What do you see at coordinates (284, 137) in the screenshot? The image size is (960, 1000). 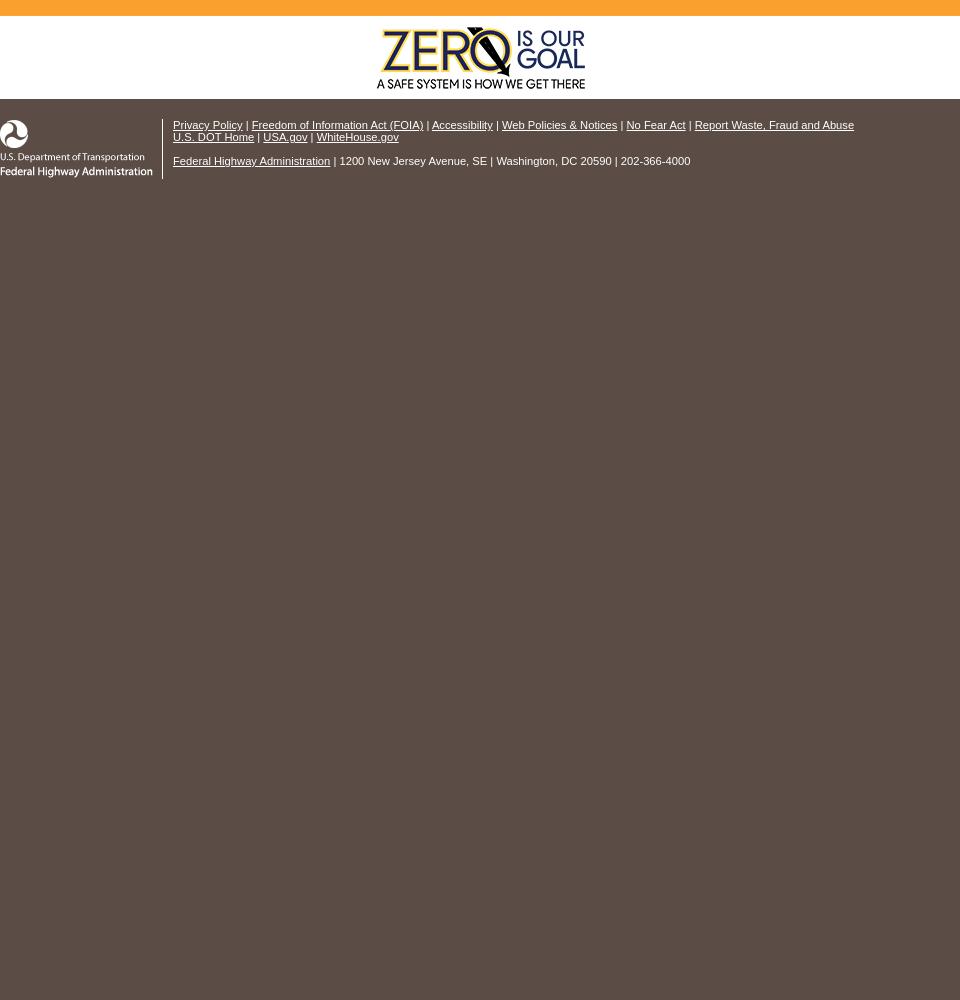 I see `'USA.gov'` at bounding box center [284, 137].